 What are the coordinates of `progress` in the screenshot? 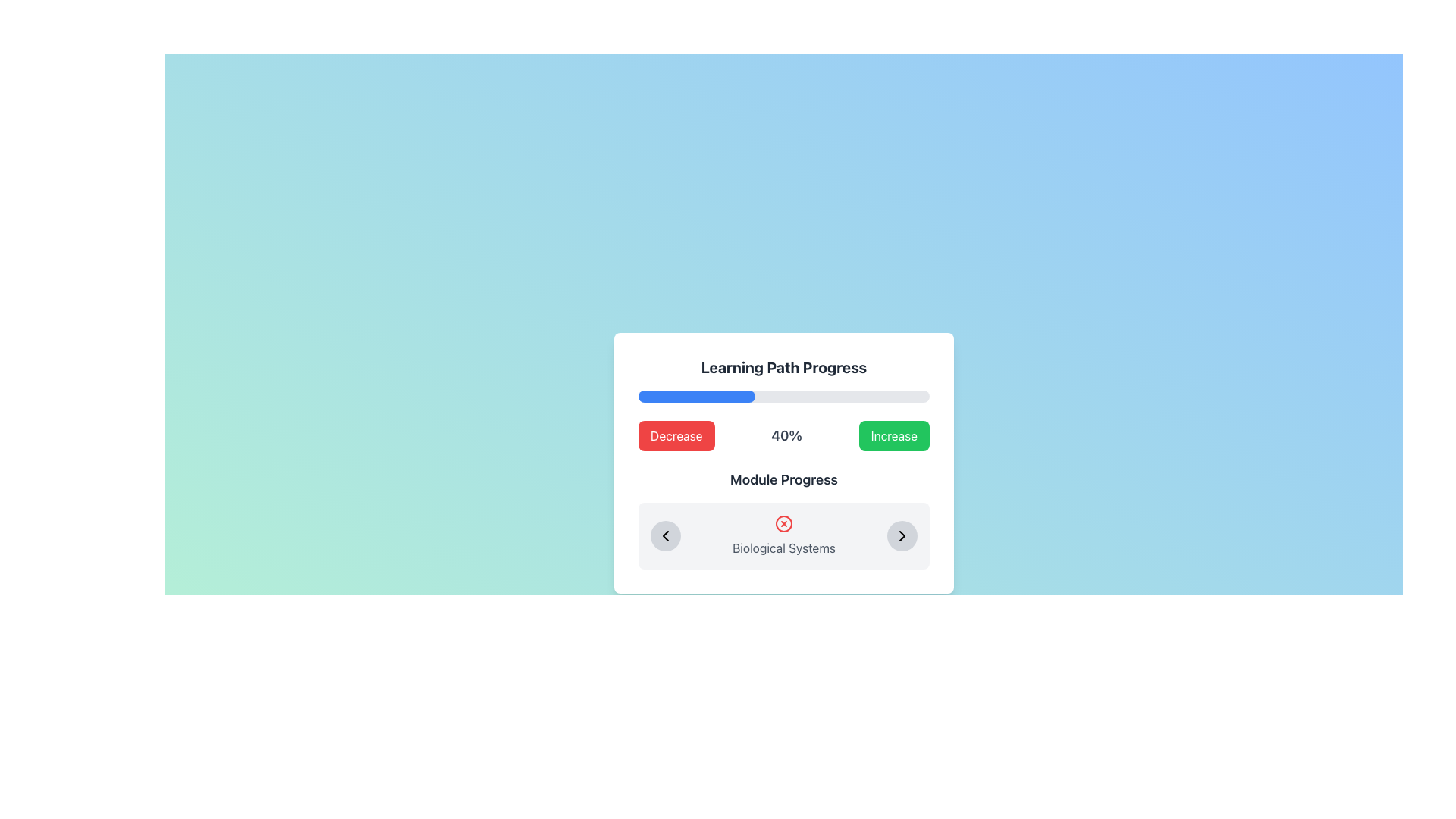 It's located at (827, 396).